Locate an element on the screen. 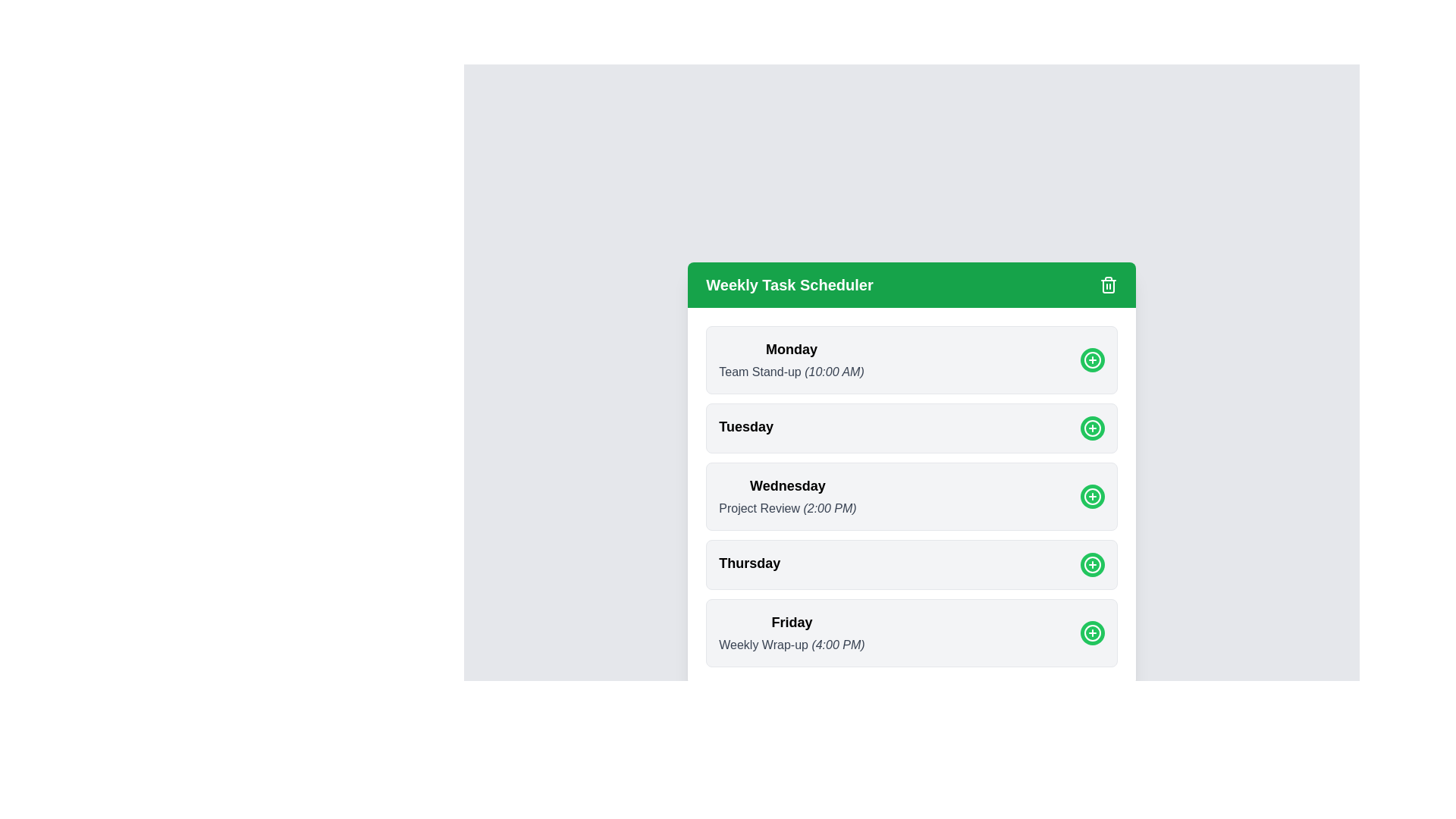 Image resolution: width=1456 pixels, height=819 pixels. the section corresponding to Thursday to observe the shadow effect is located at coordinates (911, 564).